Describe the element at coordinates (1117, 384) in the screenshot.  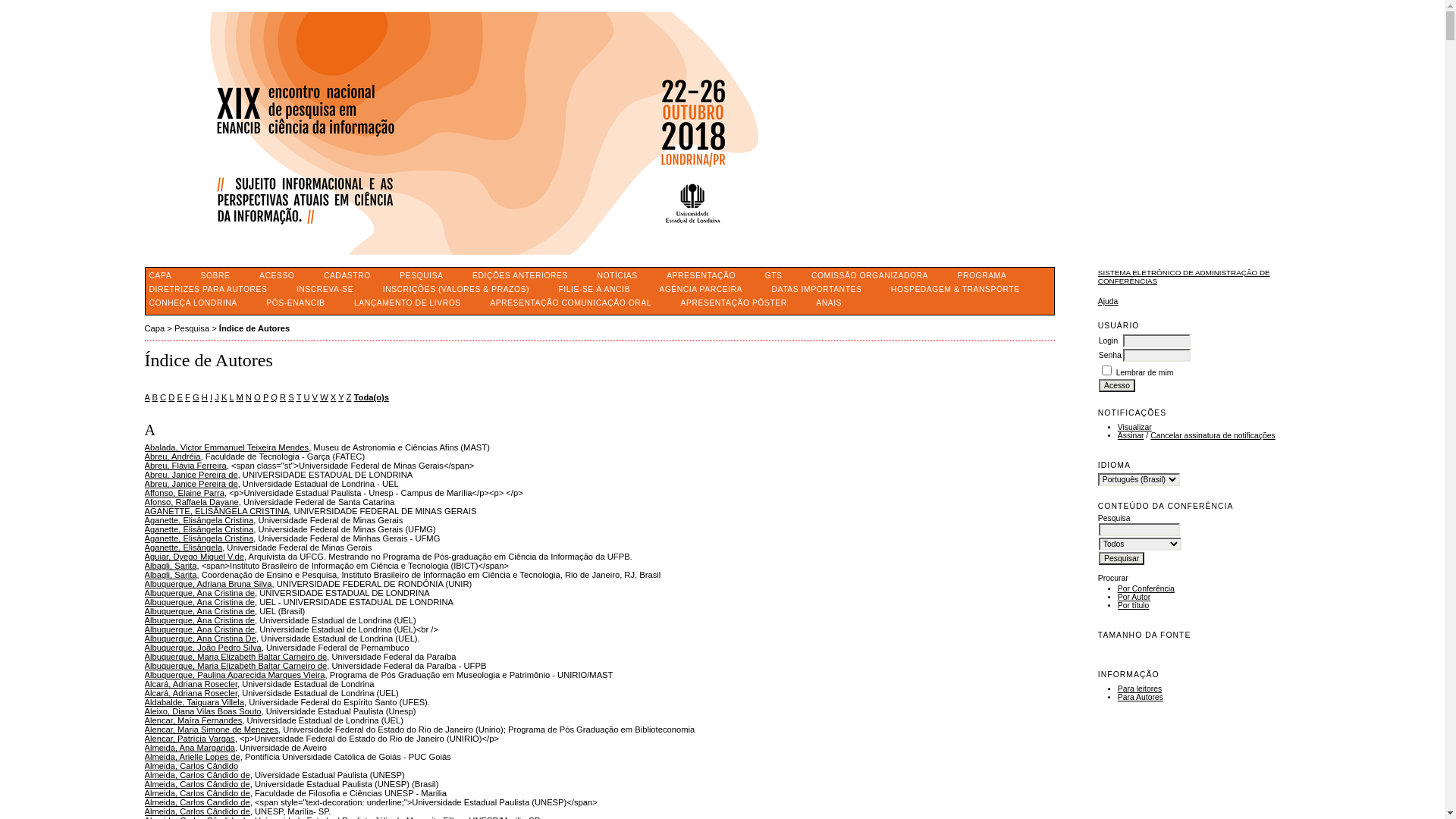
I see `'Acesso'` at that location.